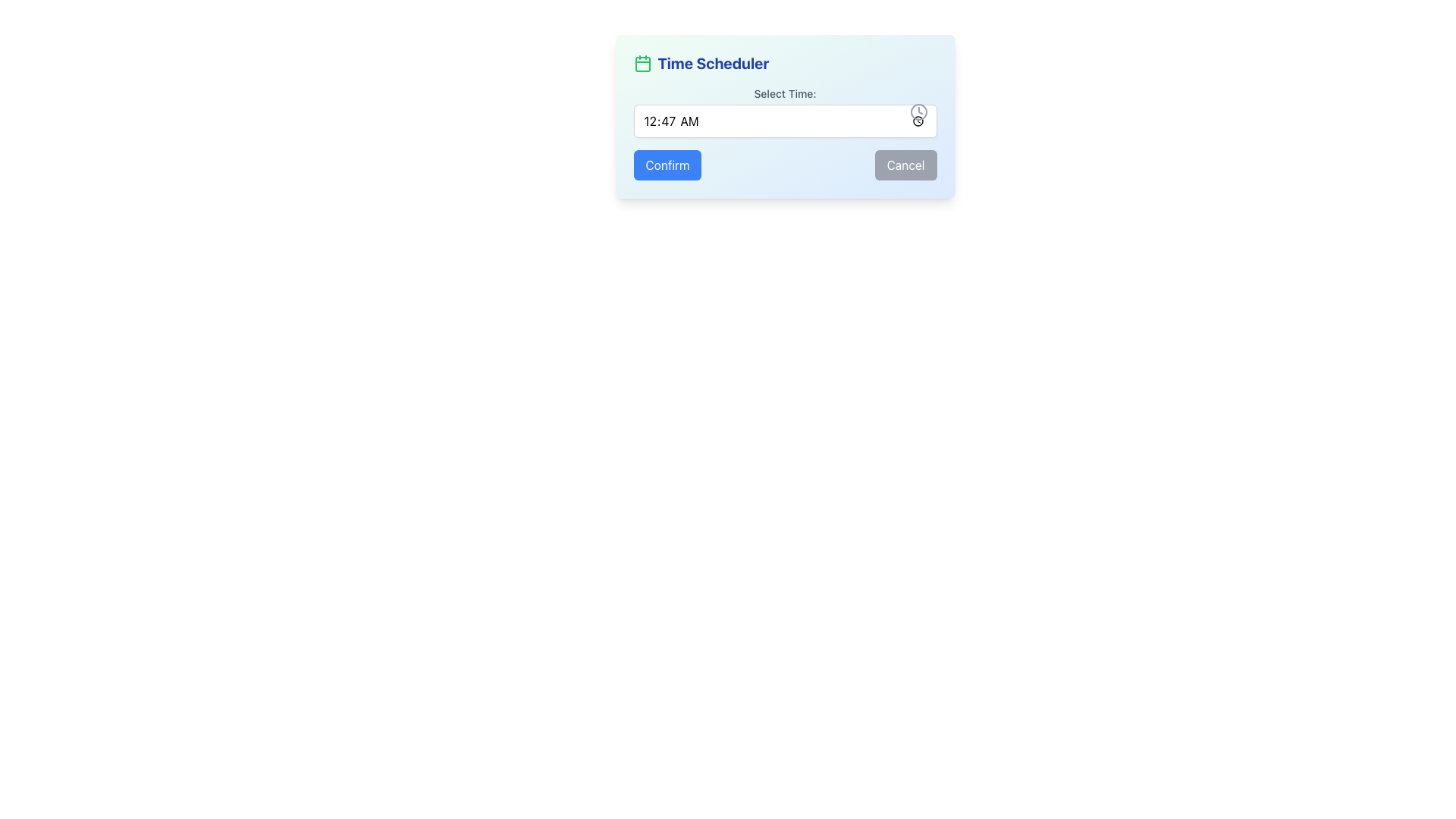  What do you see at coordinates (785, 111) in the screenshot?
I see `the time input field labeled 'Select Time:' in the Time Selector section of the Time Scheduler card` at bounding box center [785, 111].